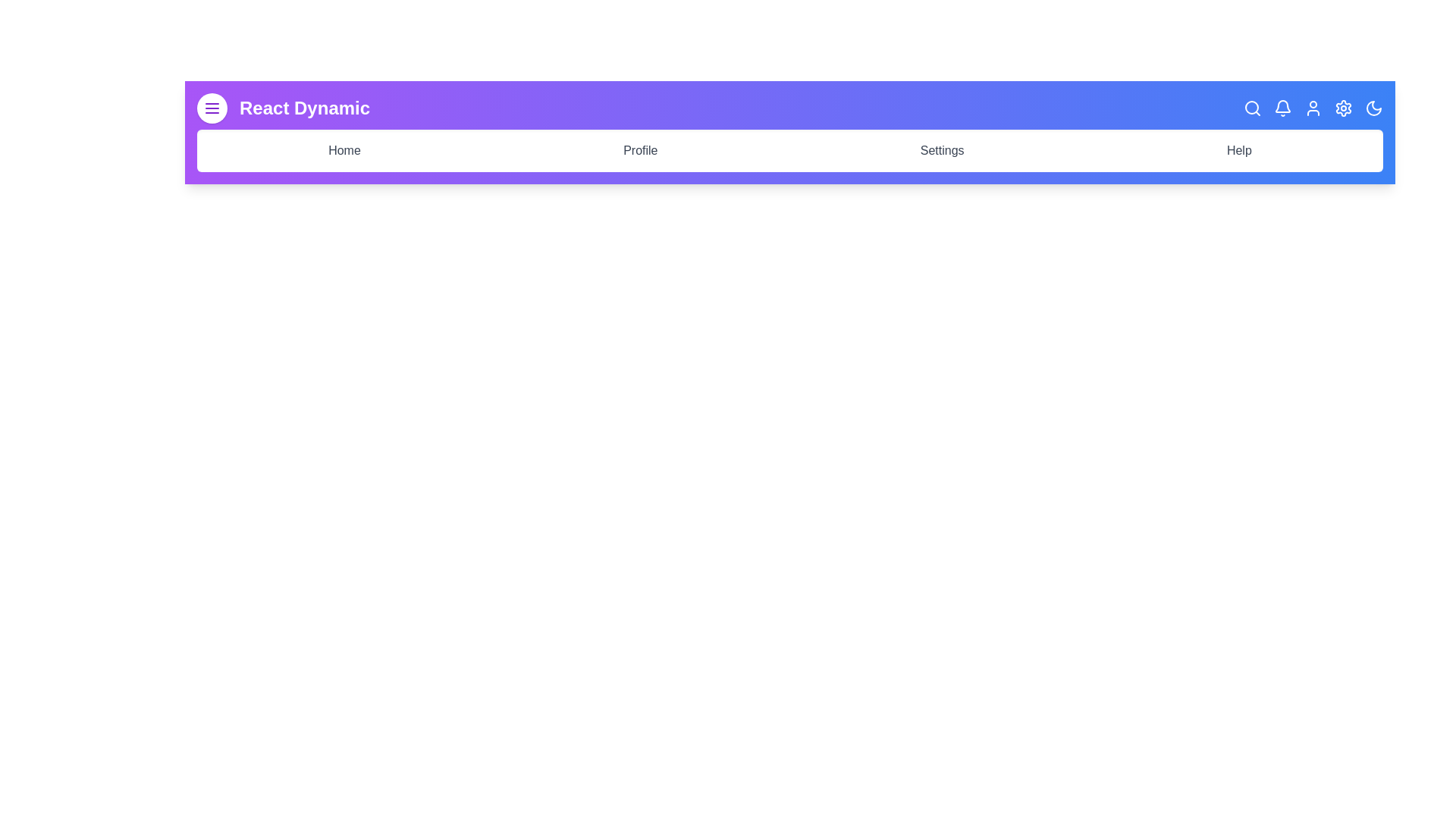 The height and width of the screenshot is (819, 1456). What do you see at coordinates (1238, 151) in the screenshot?
I see `the text Help in the navigation bar` at bounding box center [1238, 151].